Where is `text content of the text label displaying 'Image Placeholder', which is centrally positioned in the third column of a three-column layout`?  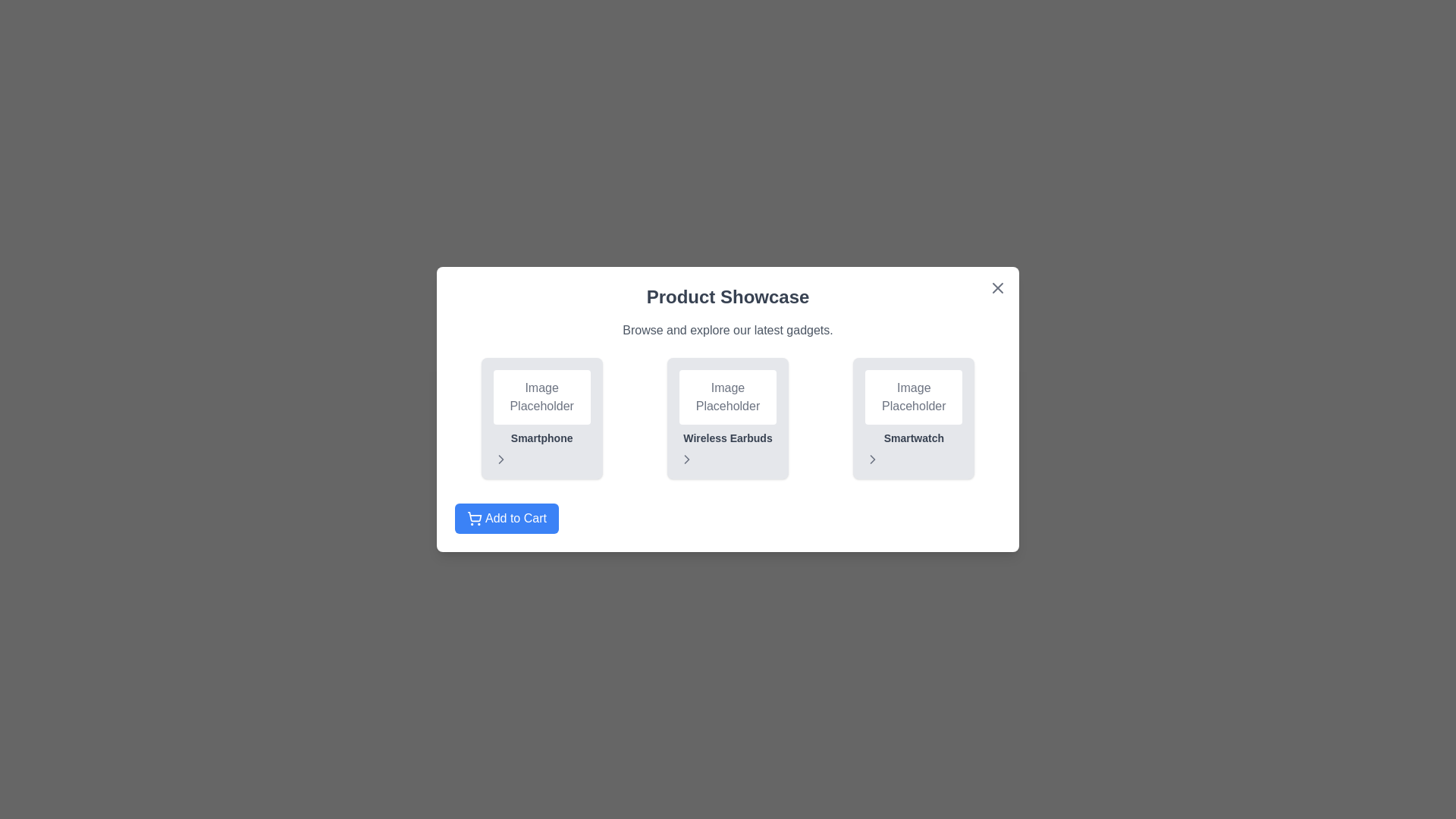 text content of the text label displaying 'Image Placeholder', which is centrally positioned in the third column of a three-column layout is located at coordinates (913, 397).